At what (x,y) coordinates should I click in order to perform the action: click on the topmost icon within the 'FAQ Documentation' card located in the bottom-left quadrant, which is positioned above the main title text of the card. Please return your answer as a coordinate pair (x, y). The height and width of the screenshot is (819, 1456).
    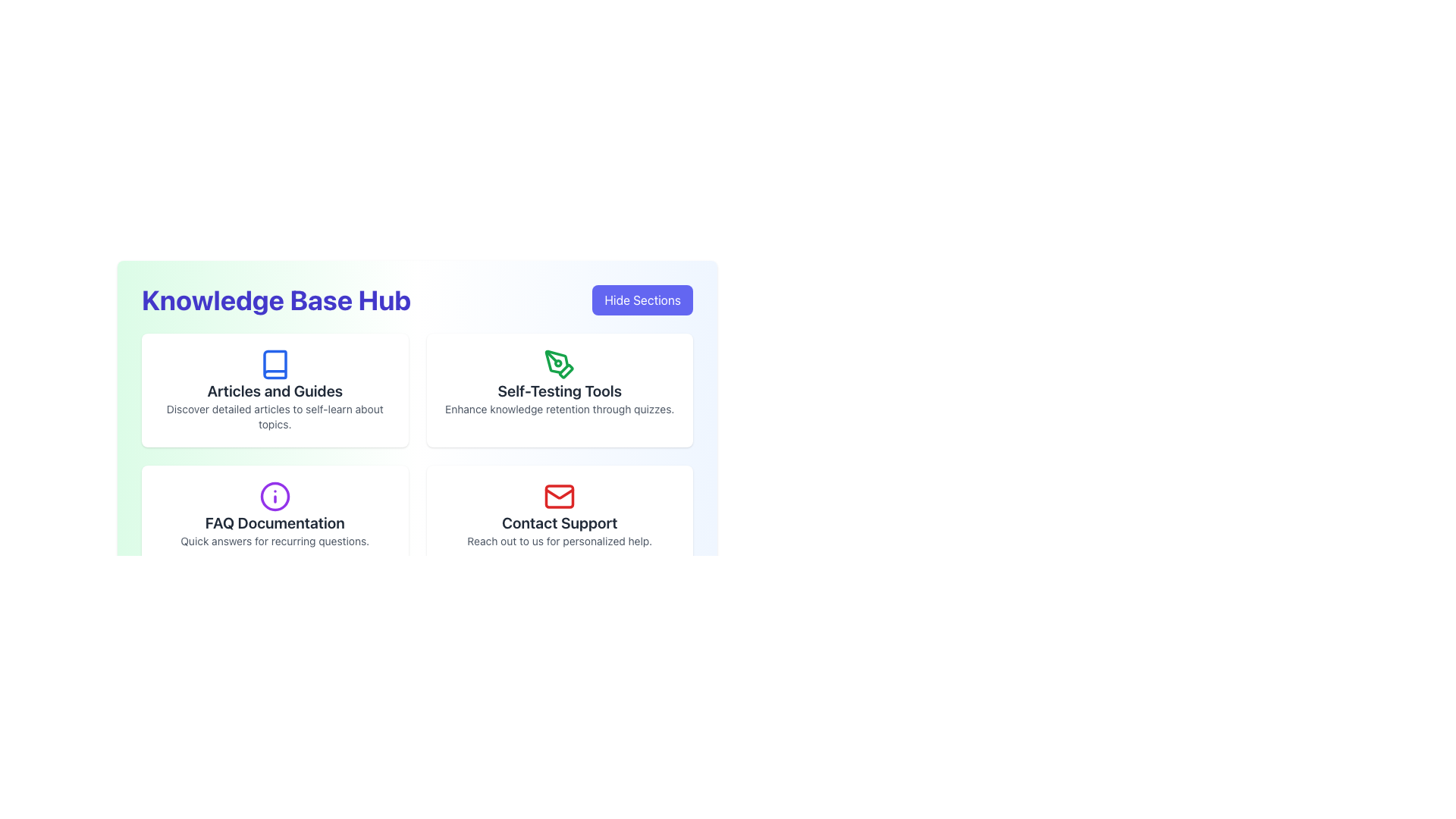
    Looking at the image, I should click on (275, 497).